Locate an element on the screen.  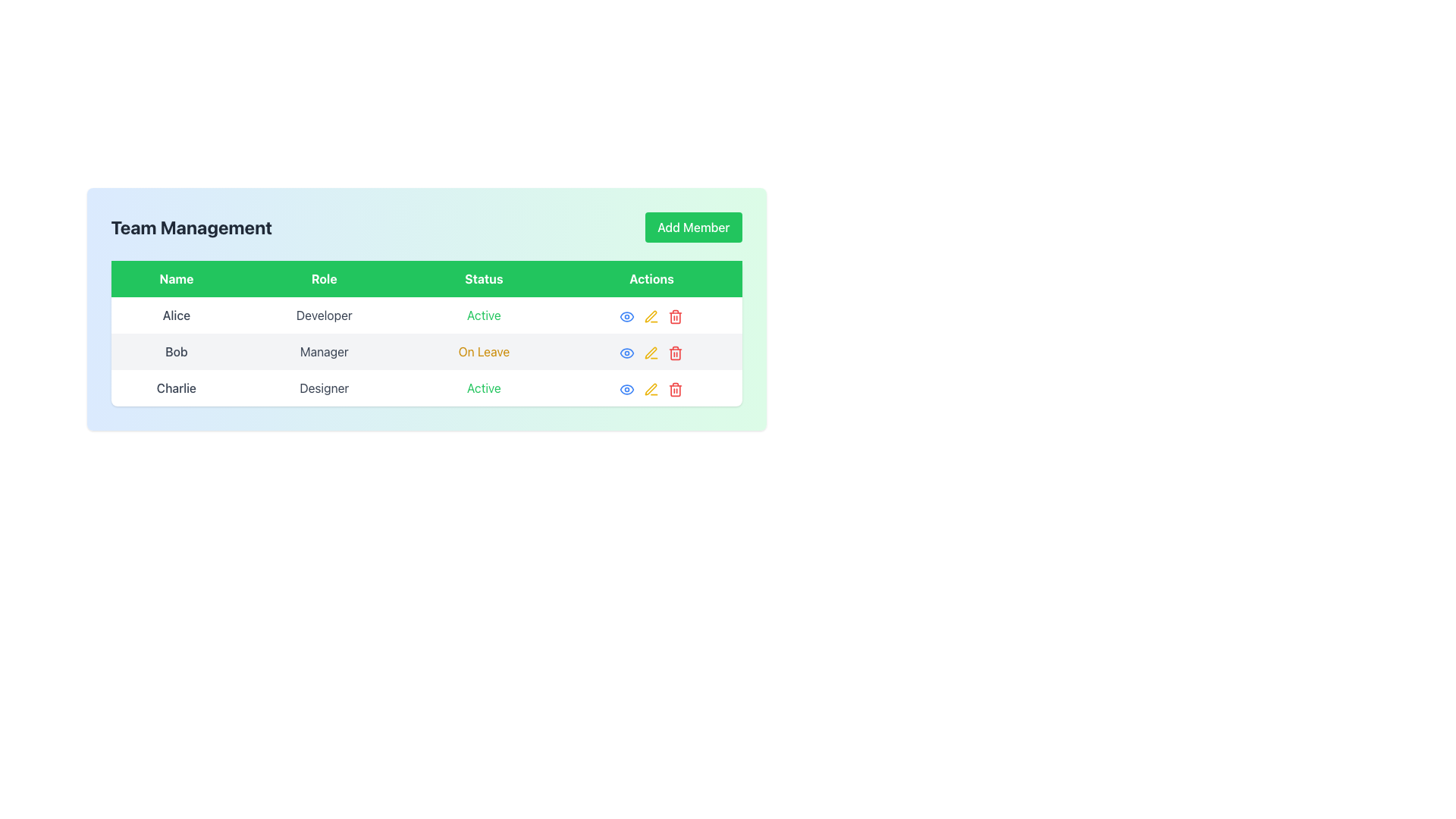
the 'View' action button for the user 'Bob' in the table's 'Actions' column is located at coordinates (626, 351).